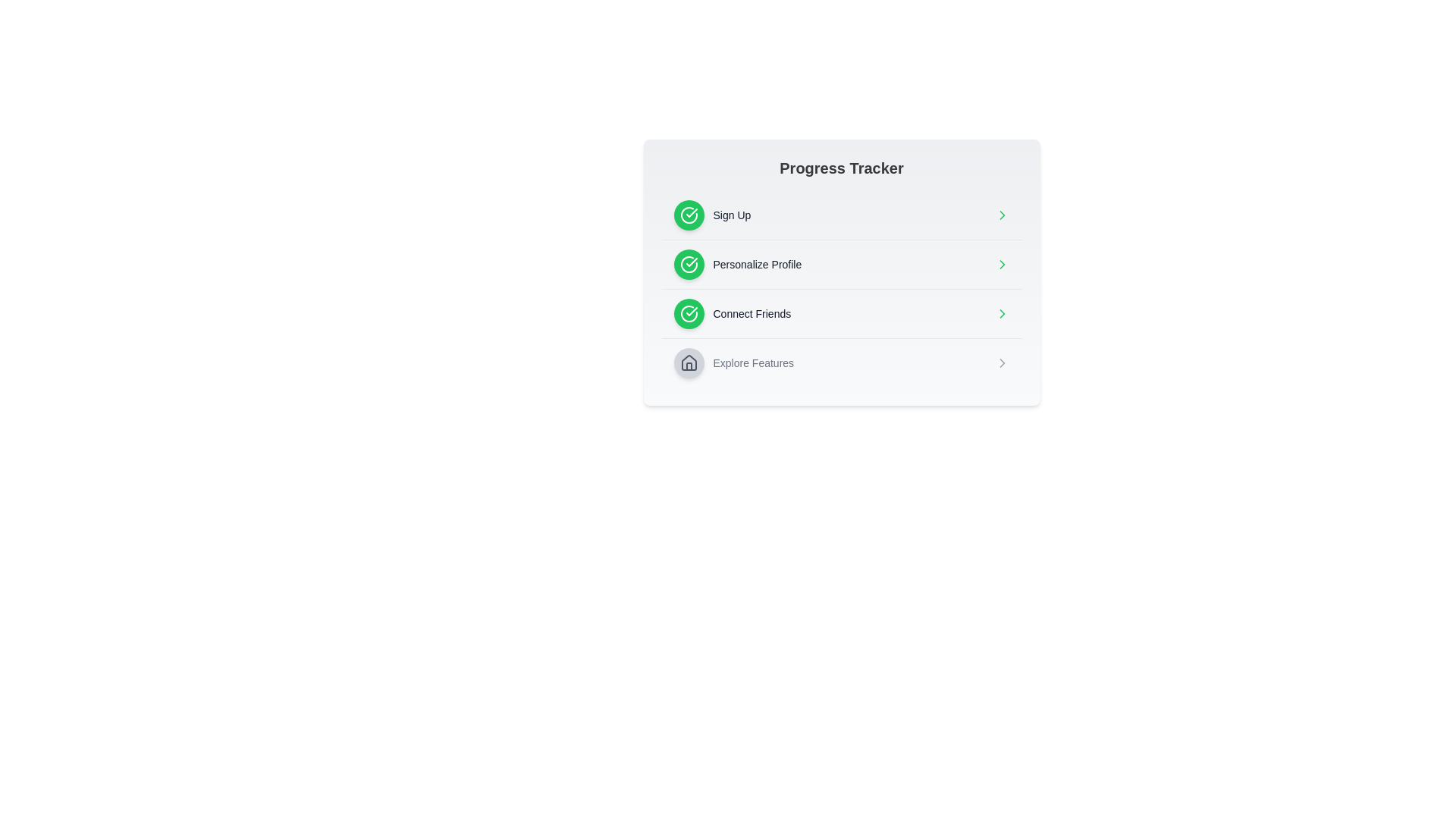  I want to click on the 'Personalize Profile' list item in the progress tracker, so click(840, 264).